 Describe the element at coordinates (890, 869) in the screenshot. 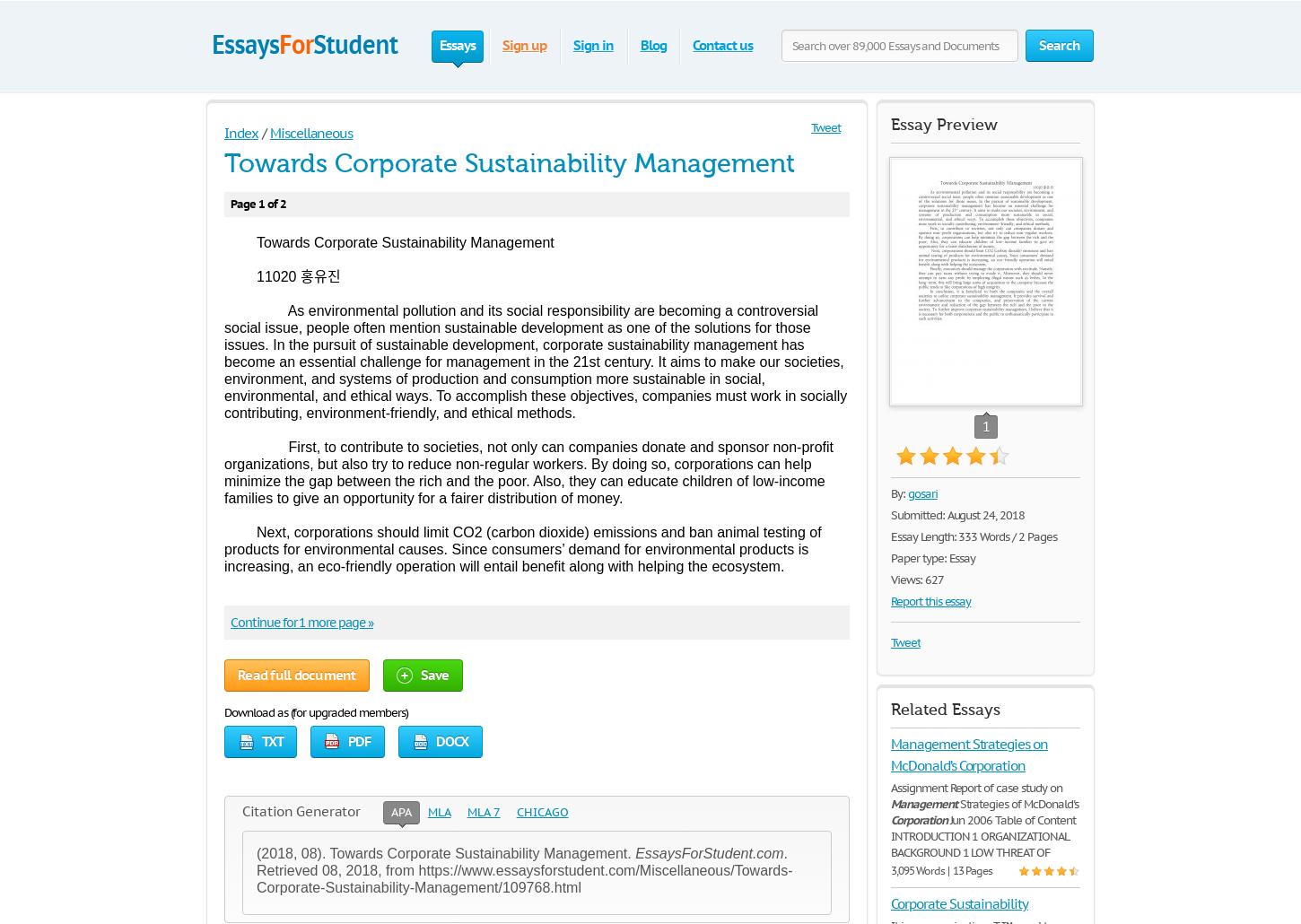

I see `'3,095 Words  |  13 Pages'` at that location.